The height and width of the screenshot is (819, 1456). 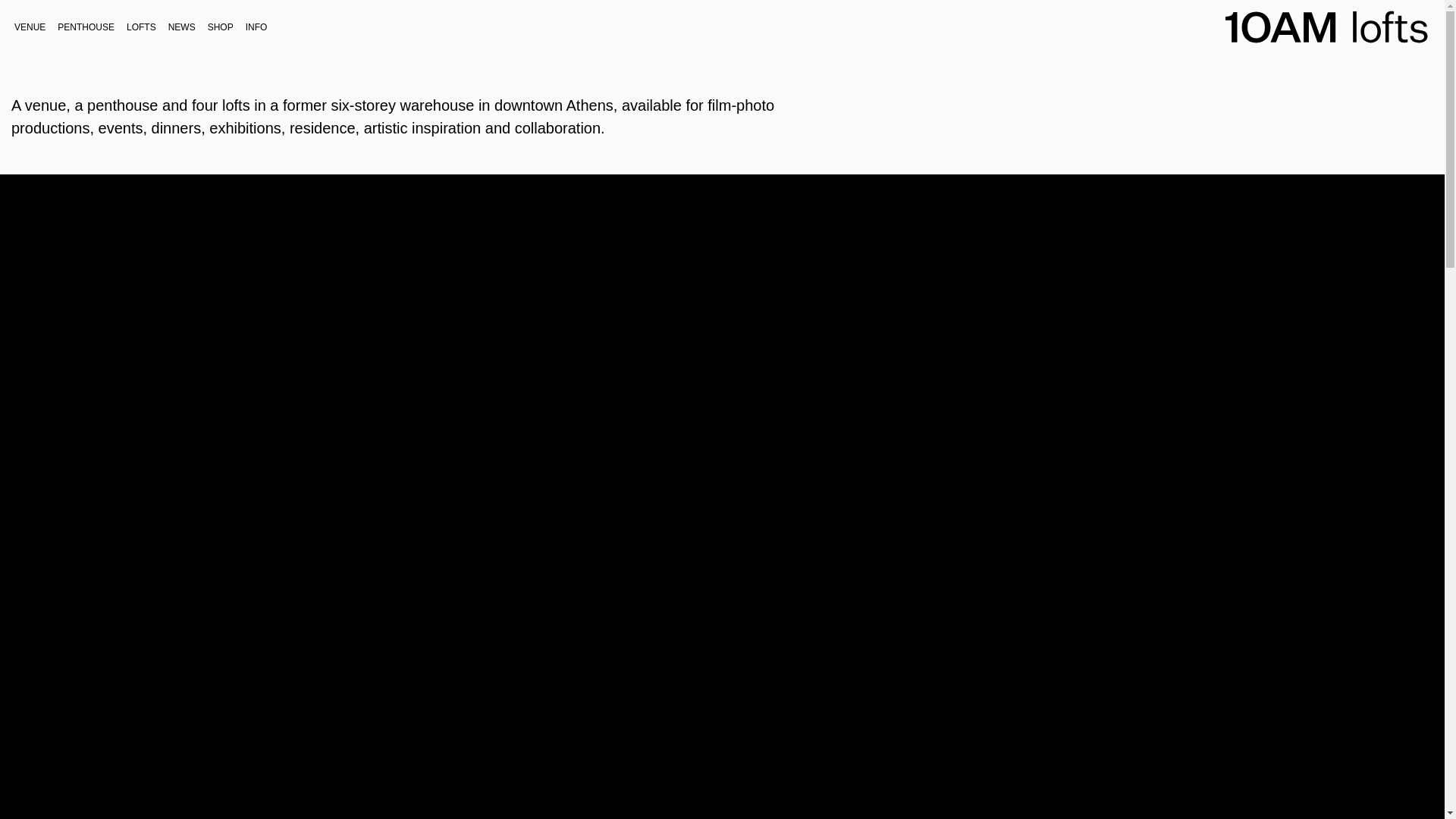 I want to click on '10AM lofts', so click(x=1310, y=70).